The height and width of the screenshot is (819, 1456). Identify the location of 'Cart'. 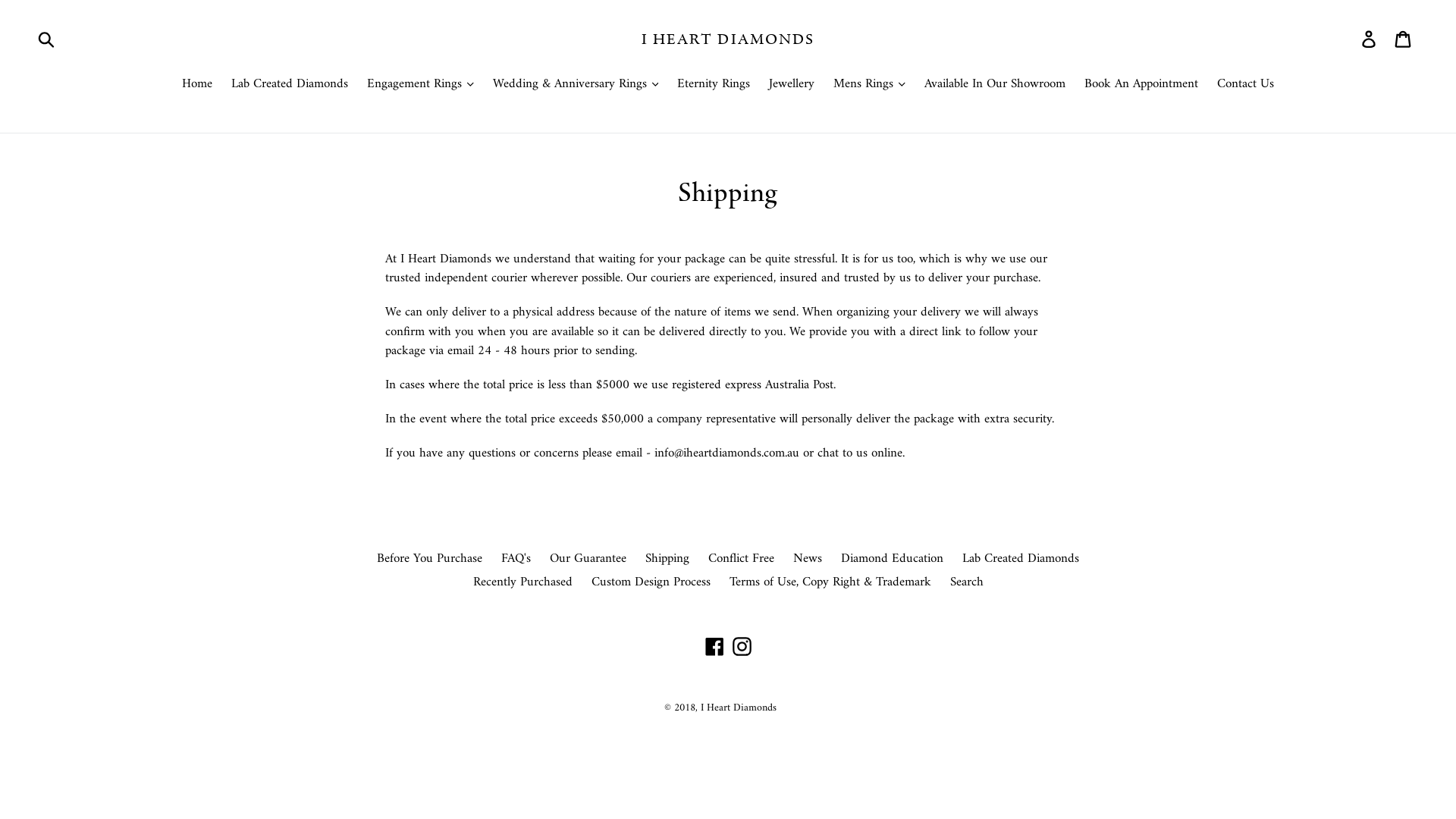
(1403, 38).